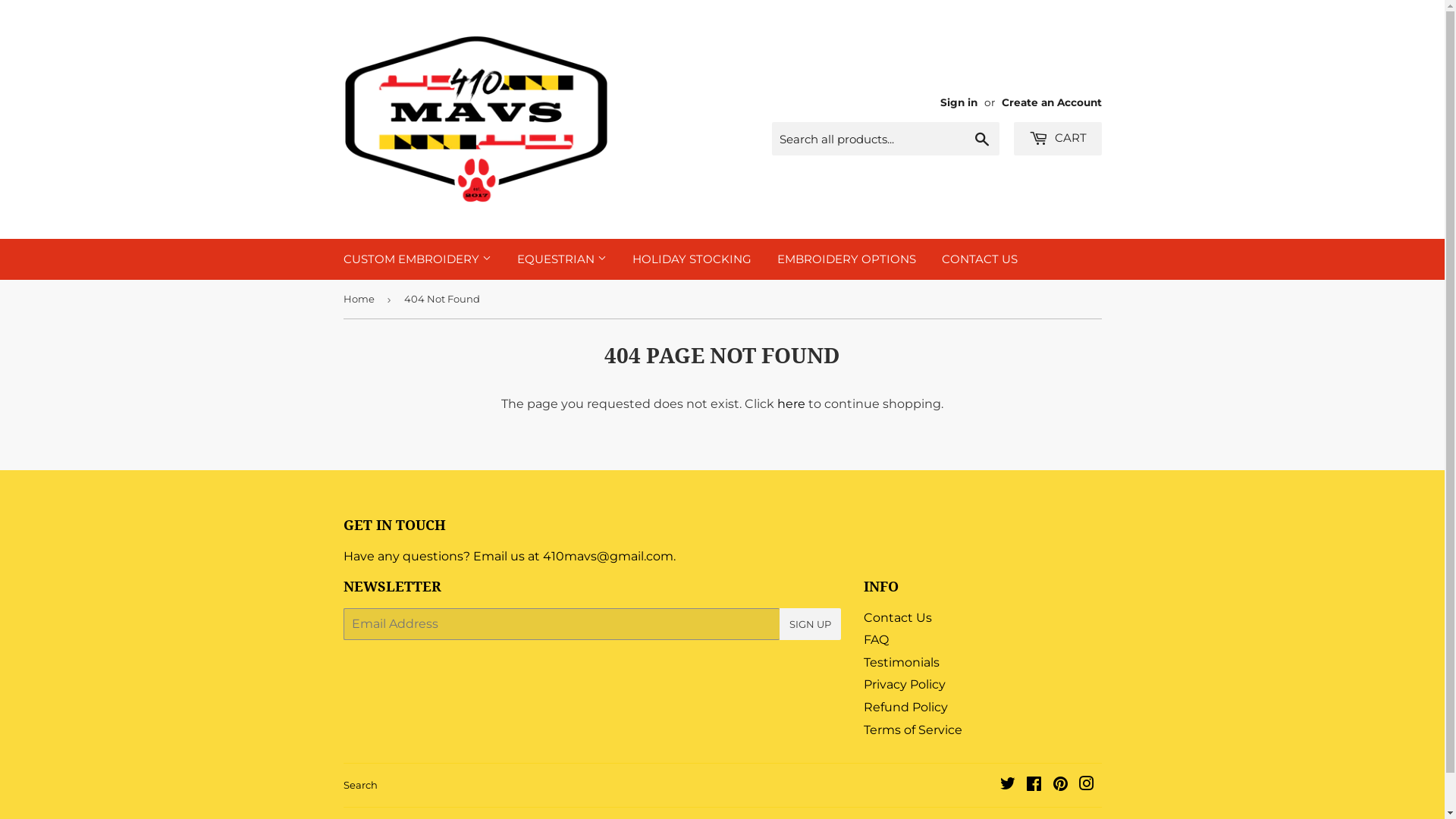  Describe the element at coordinates (1056, 138) in the screenshot. I see `'CART'` at that location.